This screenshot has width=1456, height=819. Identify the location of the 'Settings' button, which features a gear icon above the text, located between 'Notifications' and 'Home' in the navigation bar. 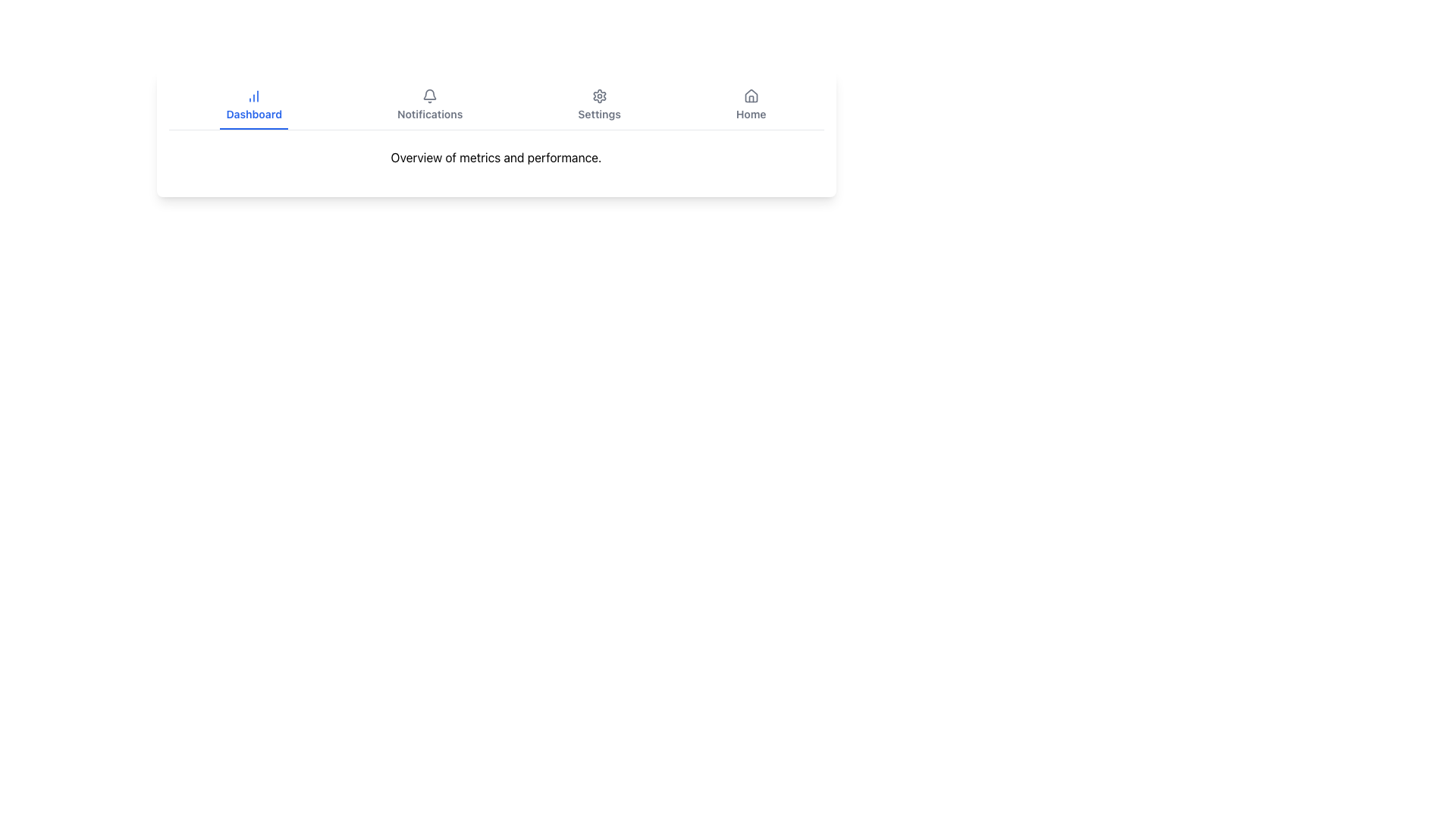
(598, 105).